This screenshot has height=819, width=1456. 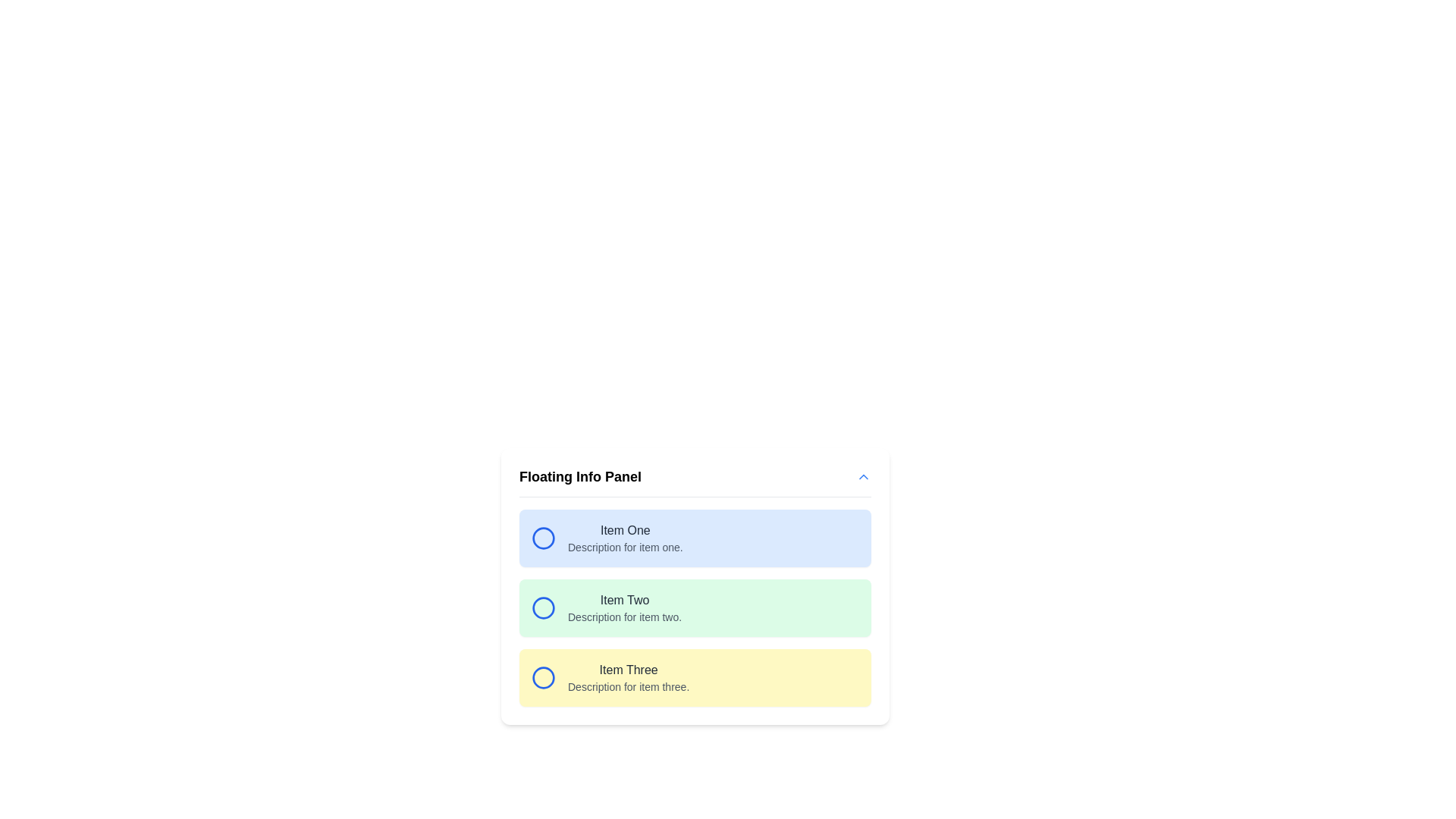 What do you see at coordinates (625, 599) in the screenshot?
I see `the text label indicating 'Item Two' in the Floating Info Panel, which is positioned in the center of the green row` at bounding box center [625, 599].